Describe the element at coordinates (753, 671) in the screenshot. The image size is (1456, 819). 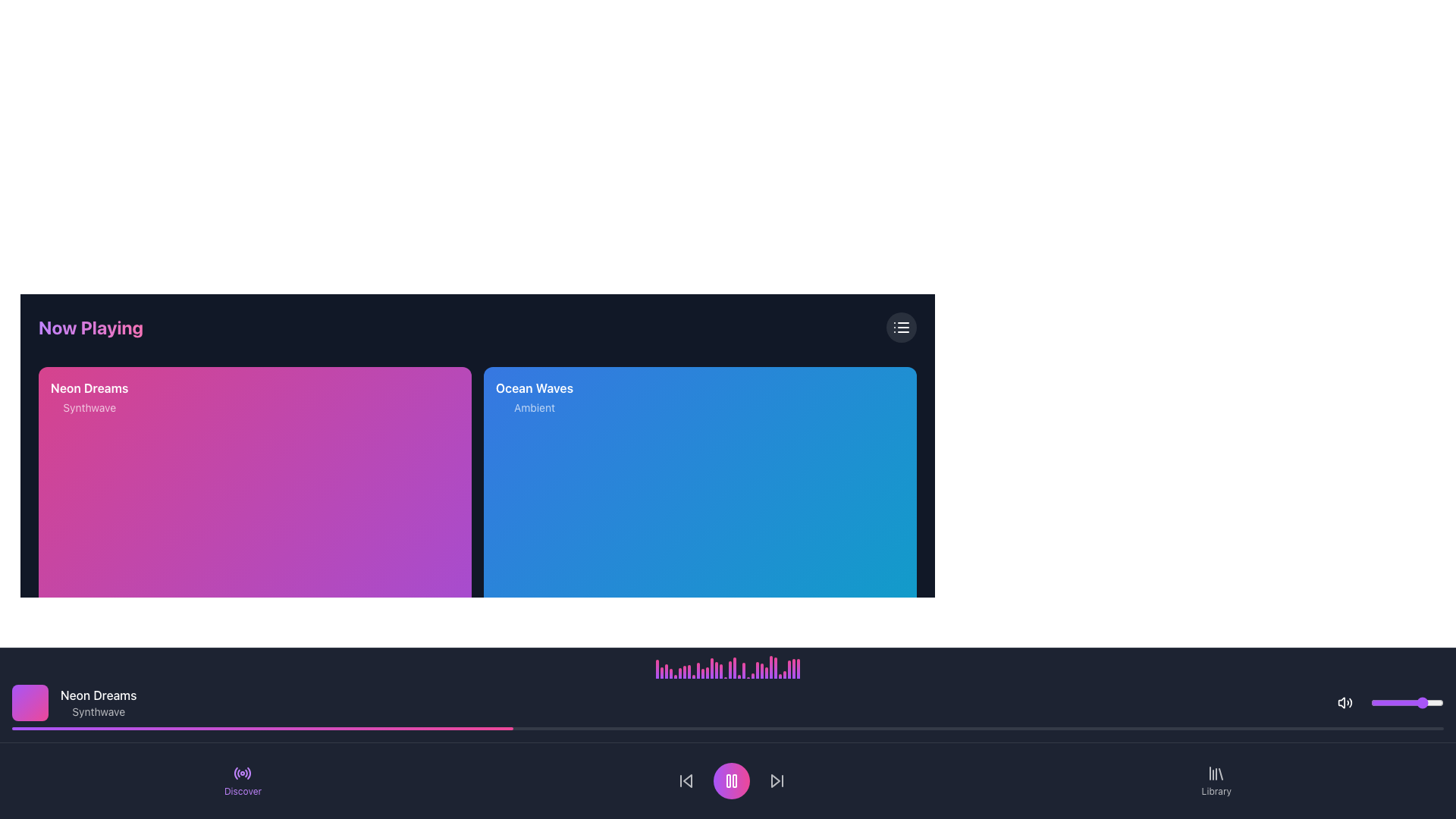
I see `the 22nd graphical bar in the horizontal row, which represents a value in an audio visualization` at that location.